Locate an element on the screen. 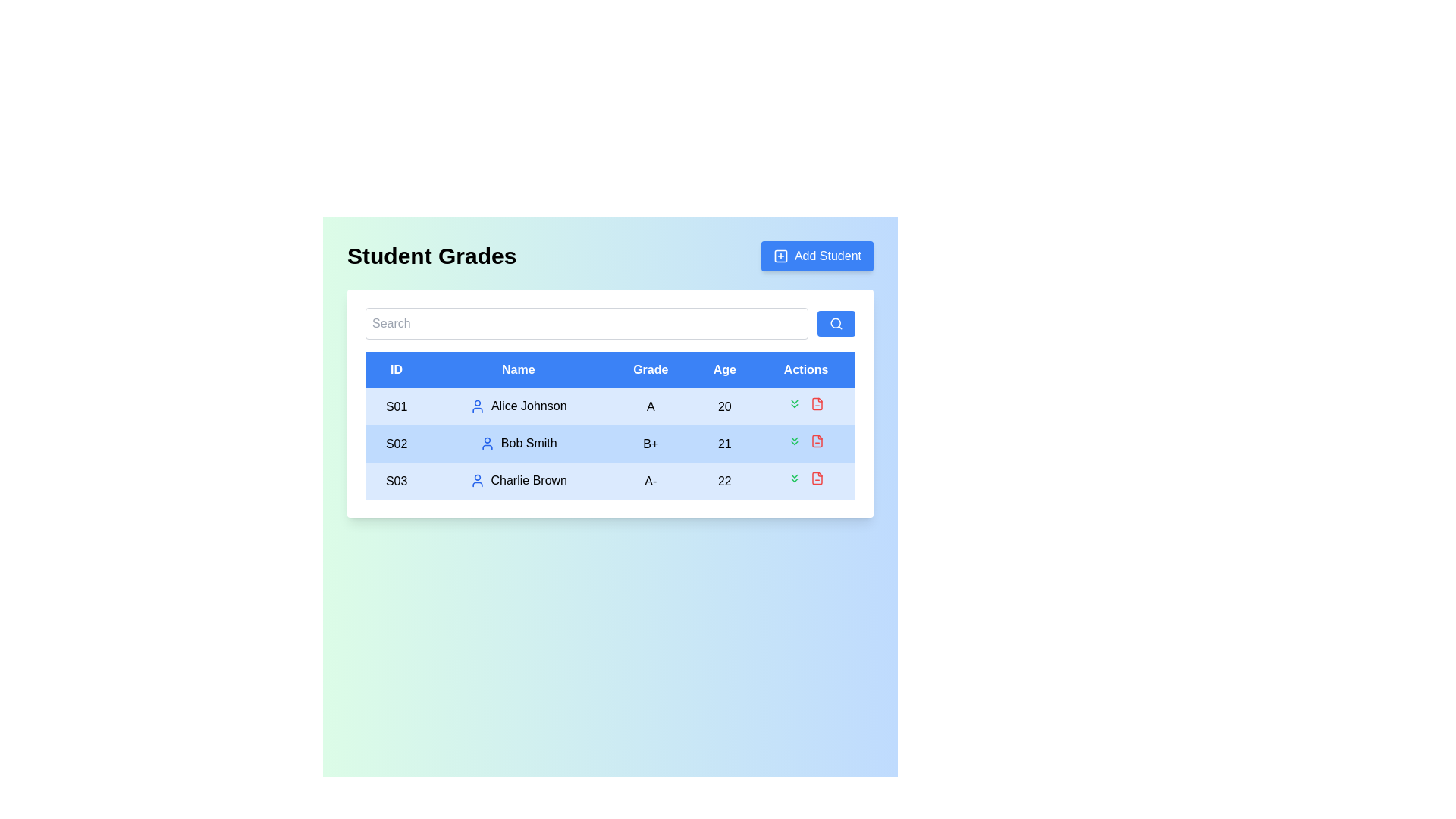 The height and width of the screenshot is (819, 1456). the search icon, which is a blue outlined magnifying glass icon located within a blue button to the right of the input field is located at coordinates (836, 323).